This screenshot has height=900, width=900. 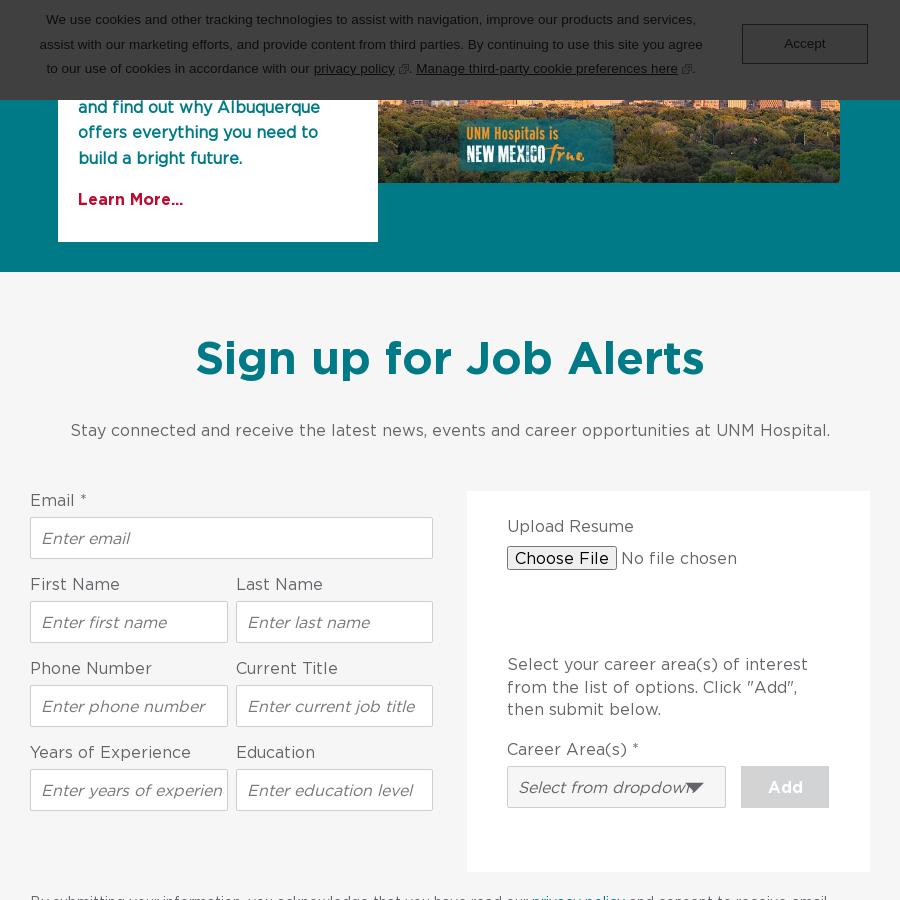 What do you see at coordinates (370, 42) in the screenshot?
I see `'We use cookies and other tracking technologies to assist with navigation, improve our products and services, assist with our marketing efforts, and provide content from third parties. By continuing to use this site you agree to our use of cookies in accordance with our'` at bounding box center [370, 42].